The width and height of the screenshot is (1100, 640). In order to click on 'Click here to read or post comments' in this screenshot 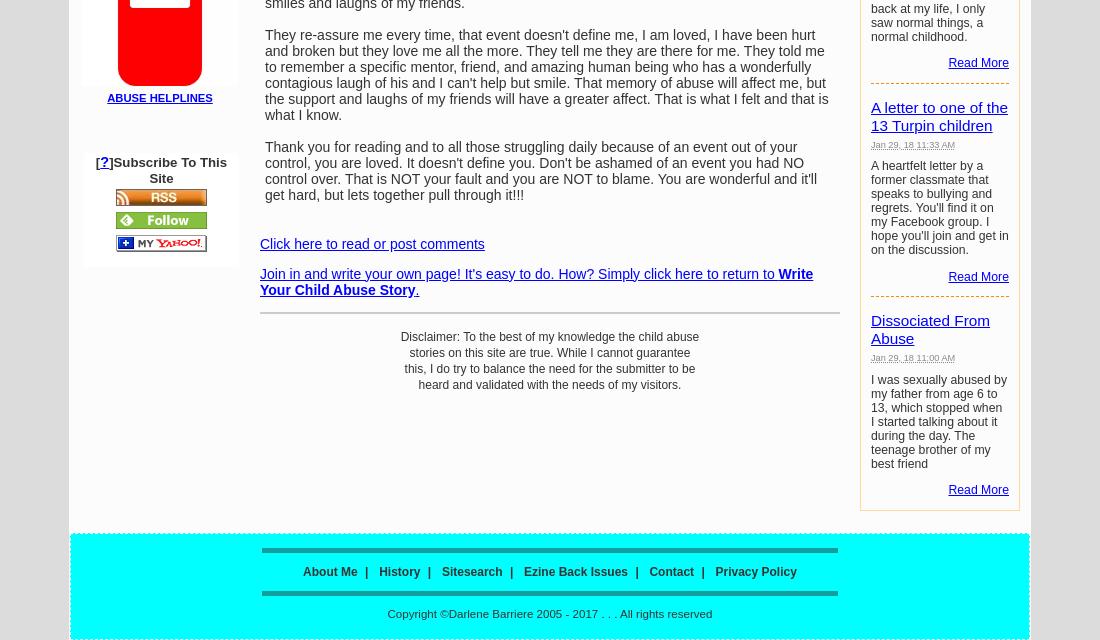, I will do `click(372, 242)`.